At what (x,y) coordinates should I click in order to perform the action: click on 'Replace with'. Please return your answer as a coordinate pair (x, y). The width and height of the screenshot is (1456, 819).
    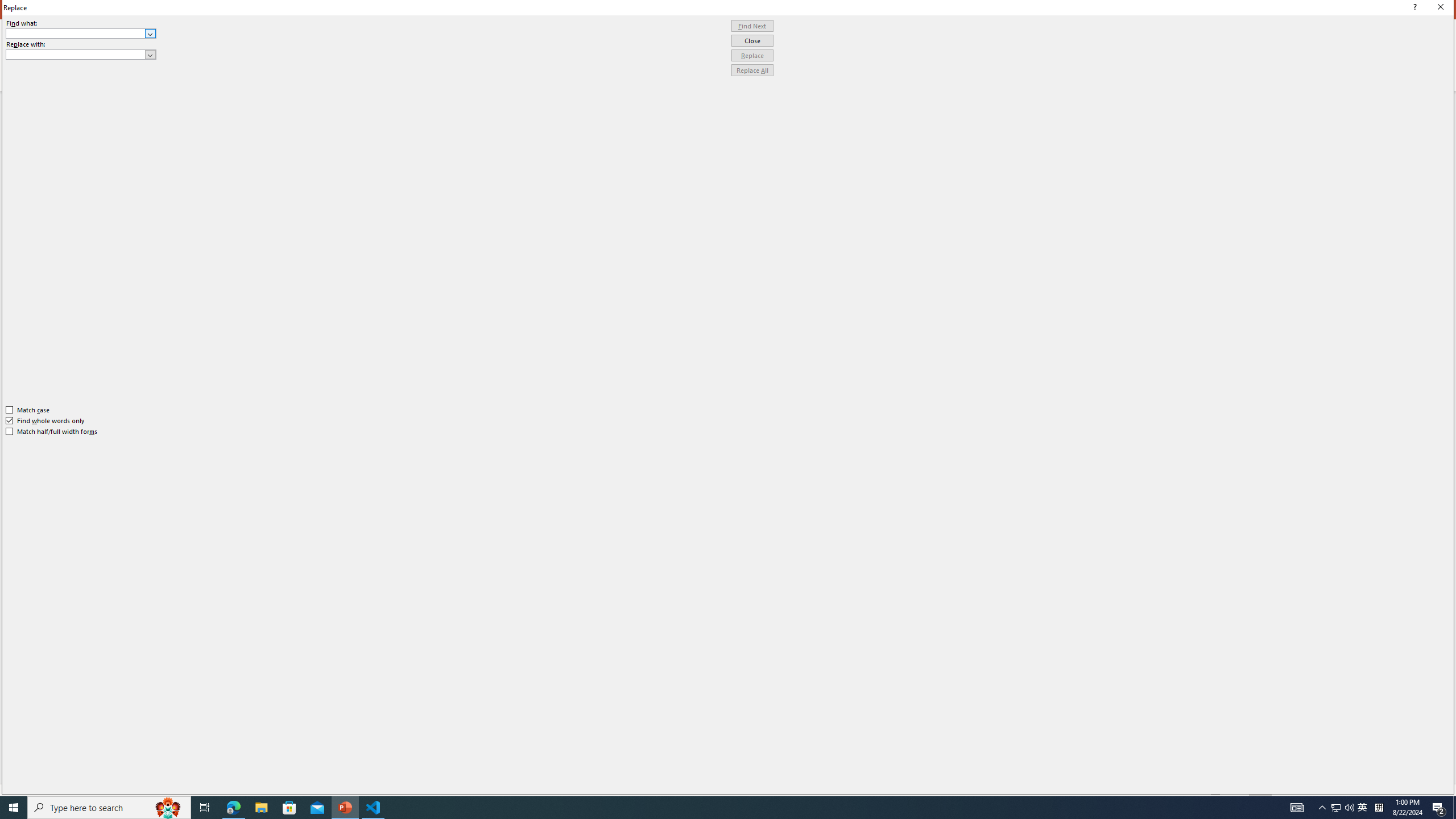
    Looking at the image, I should click on (81, 54).